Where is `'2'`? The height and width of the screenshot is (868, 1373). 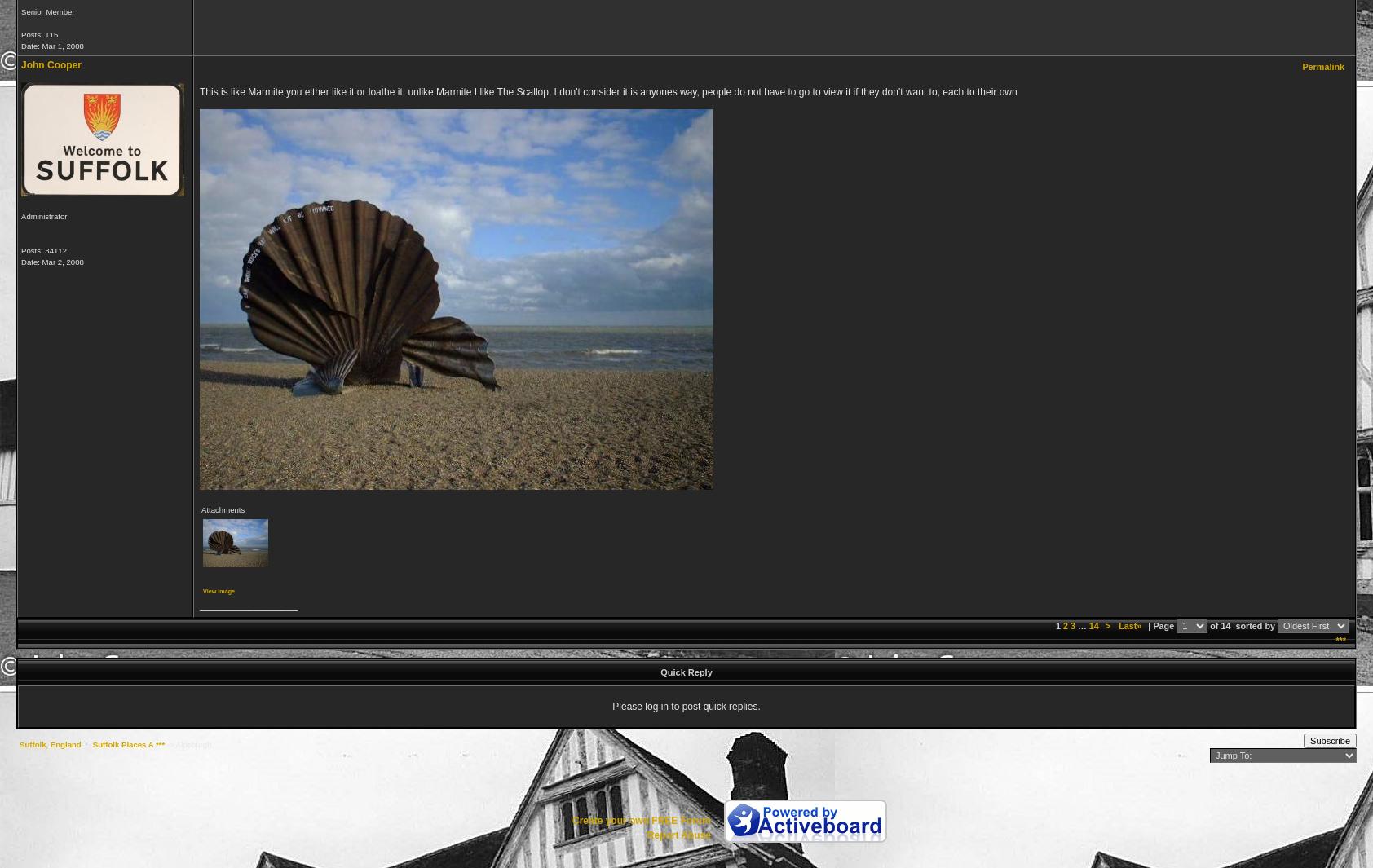
'2' is located at coordinates (1064, 625).